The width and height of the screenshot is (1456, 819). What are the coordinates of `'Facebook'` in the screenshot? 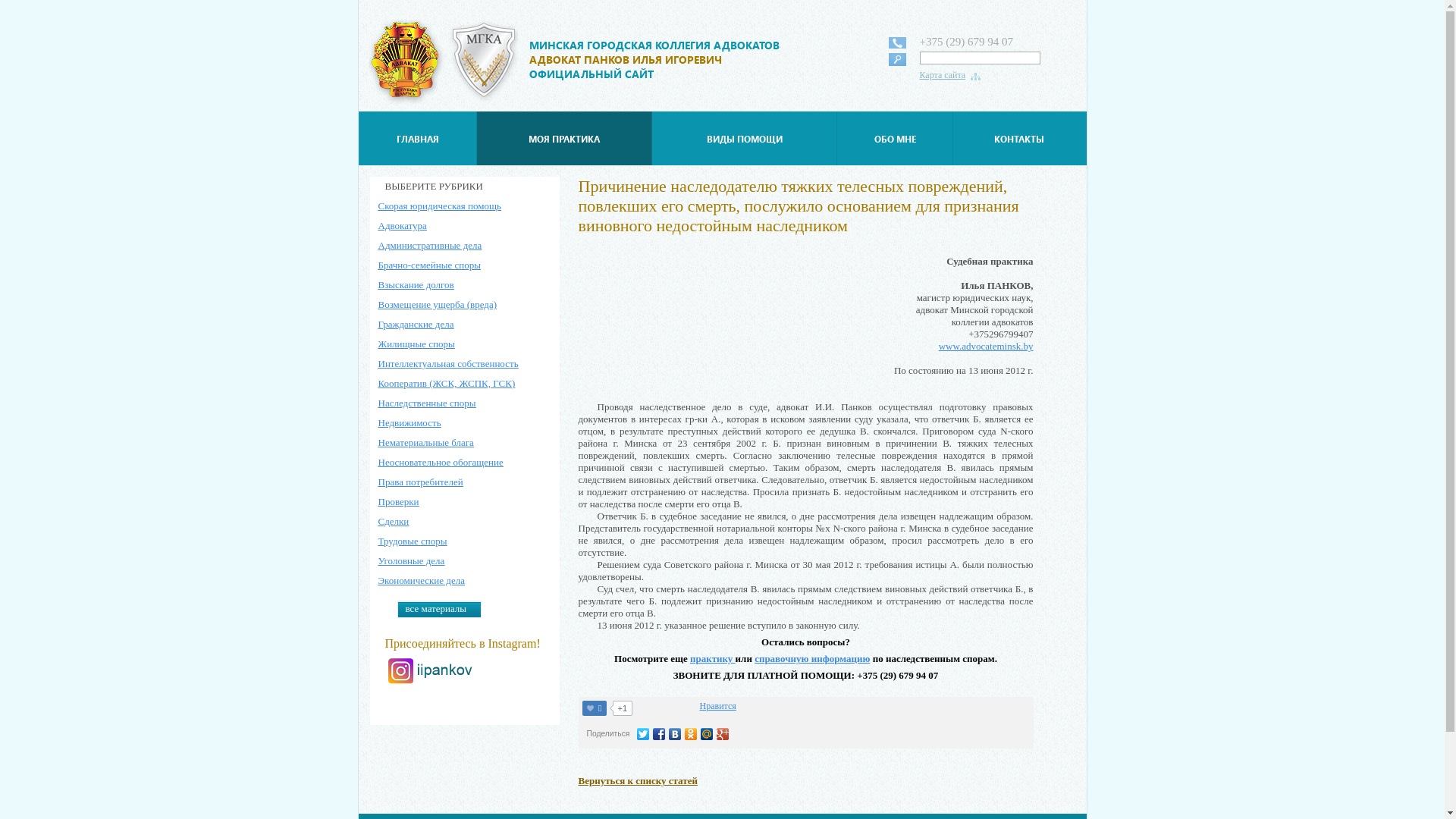 It's located at (651, 733).